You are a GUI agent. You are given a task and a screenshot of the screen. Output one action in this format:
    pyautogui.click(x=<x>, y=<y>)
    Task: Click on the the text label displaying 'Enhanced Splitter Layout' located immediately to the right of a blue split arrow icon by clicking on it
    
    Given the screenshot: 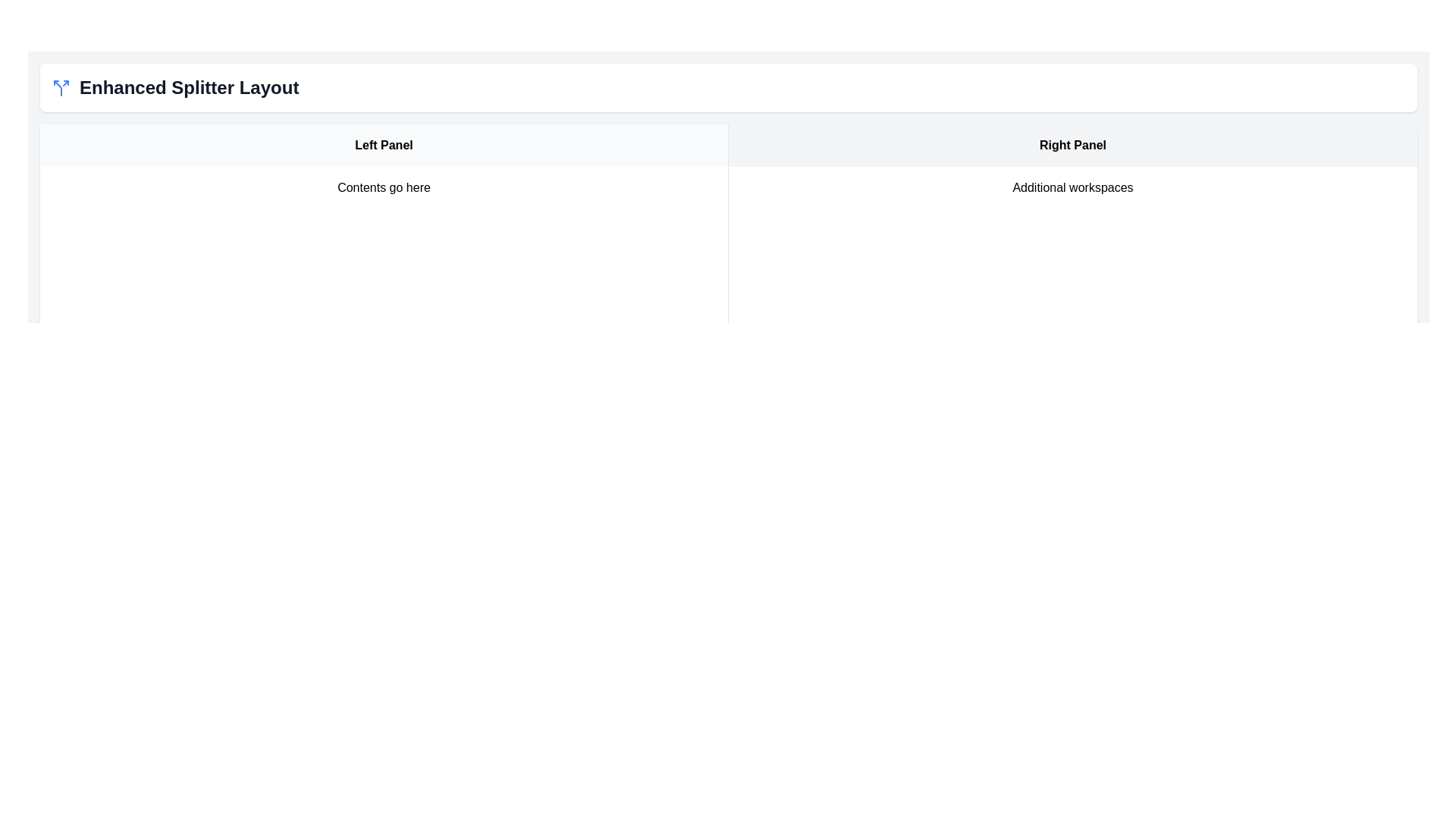 What is the action you would take?
    pyautogui.click(x=188, y=87)
    